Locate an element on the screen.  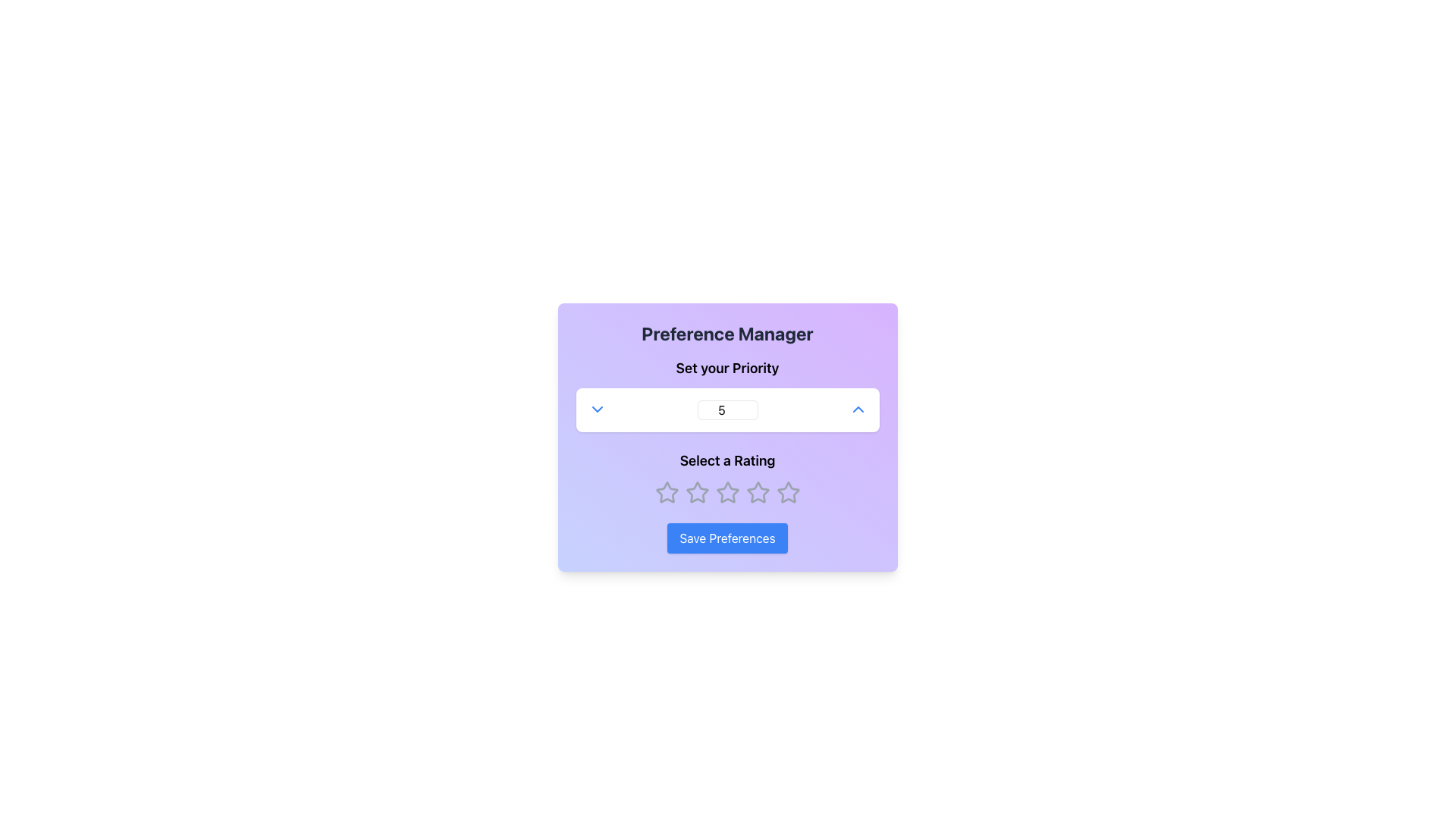
the fourth star icon in the interactive star rating interface is located at coordinates (726, 493).